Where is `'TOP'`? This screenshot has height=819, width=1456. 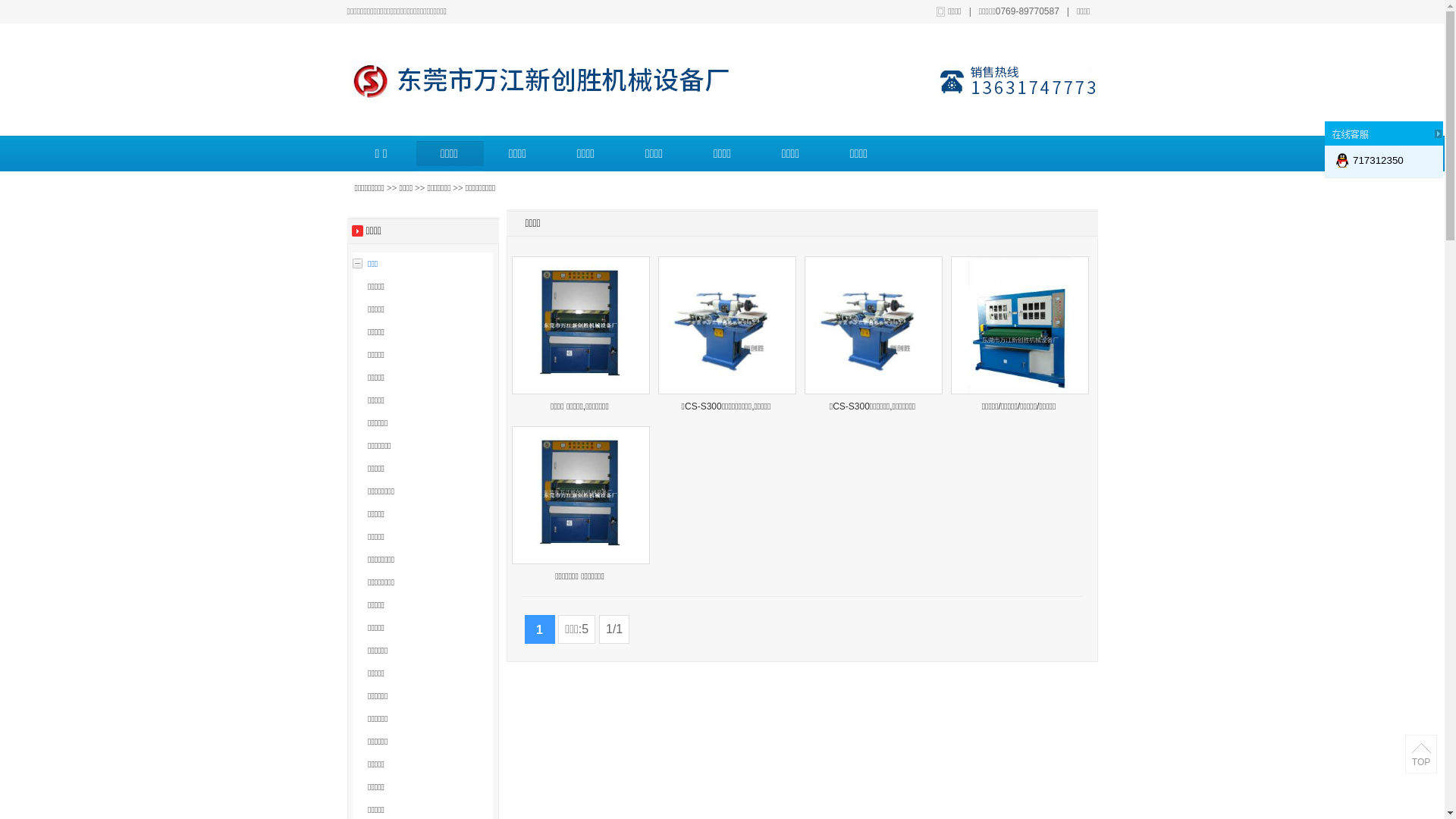
'TOP' is located at coordinates (1420, 755).